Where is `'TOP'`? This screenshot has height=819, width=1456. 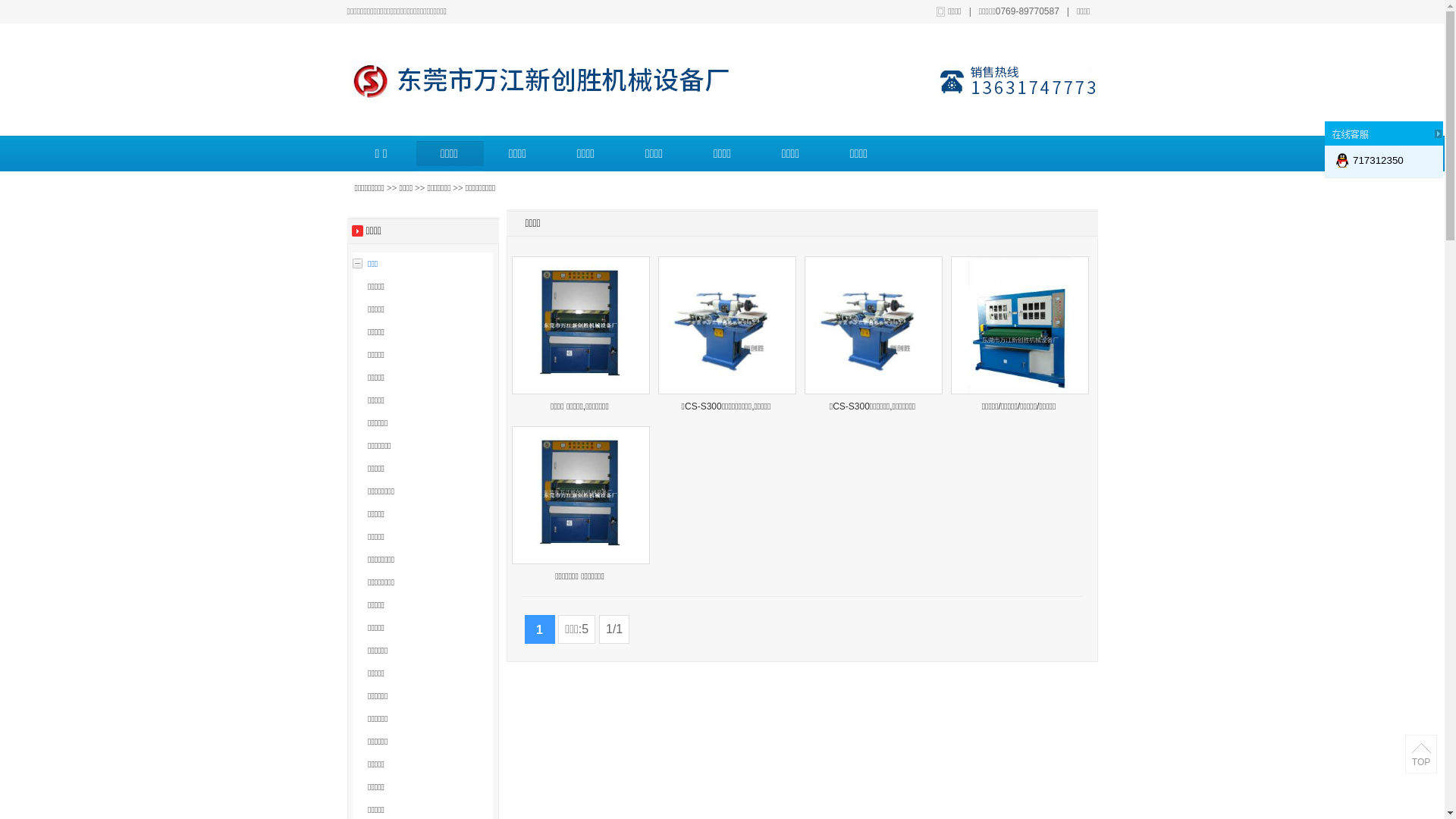
'TOP' is located at coordinates (1420, 755).